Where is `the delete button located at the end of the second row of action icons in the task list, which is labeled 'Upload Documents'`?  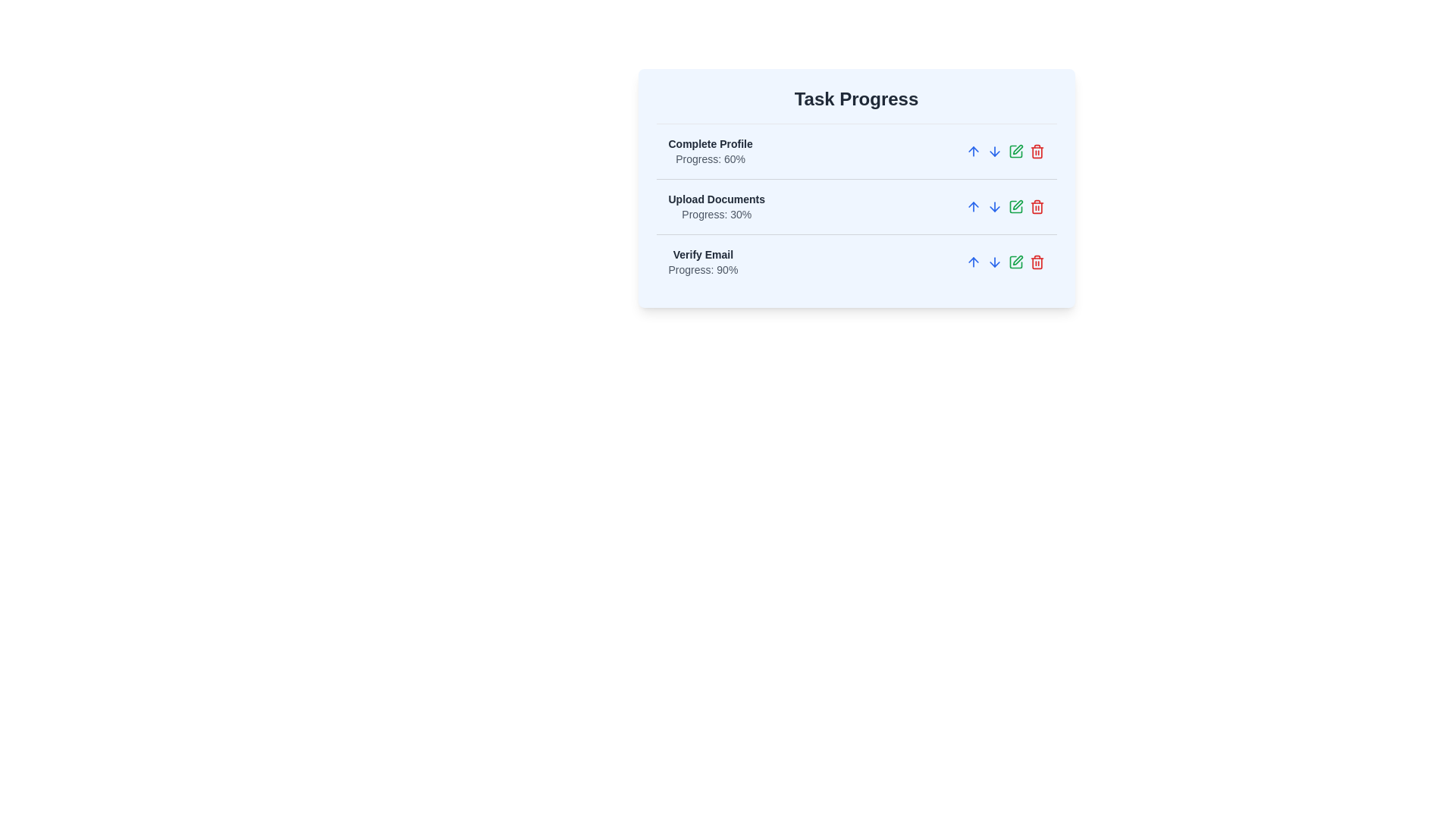 the delete button located at the end of the second row of action icons in the task list, which is labeled 'Upload Documents' is located at coordinates (1036, 207).